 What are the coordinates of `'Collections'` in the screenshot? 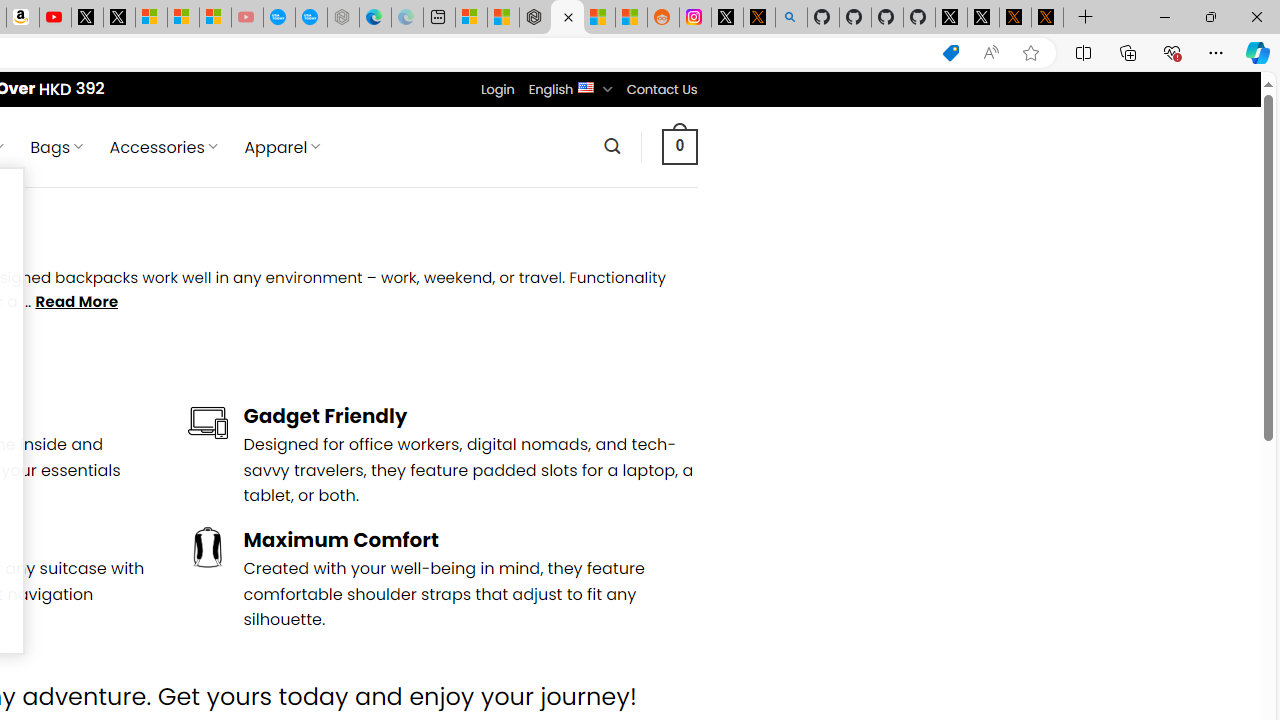 It's located at (1128, 51).